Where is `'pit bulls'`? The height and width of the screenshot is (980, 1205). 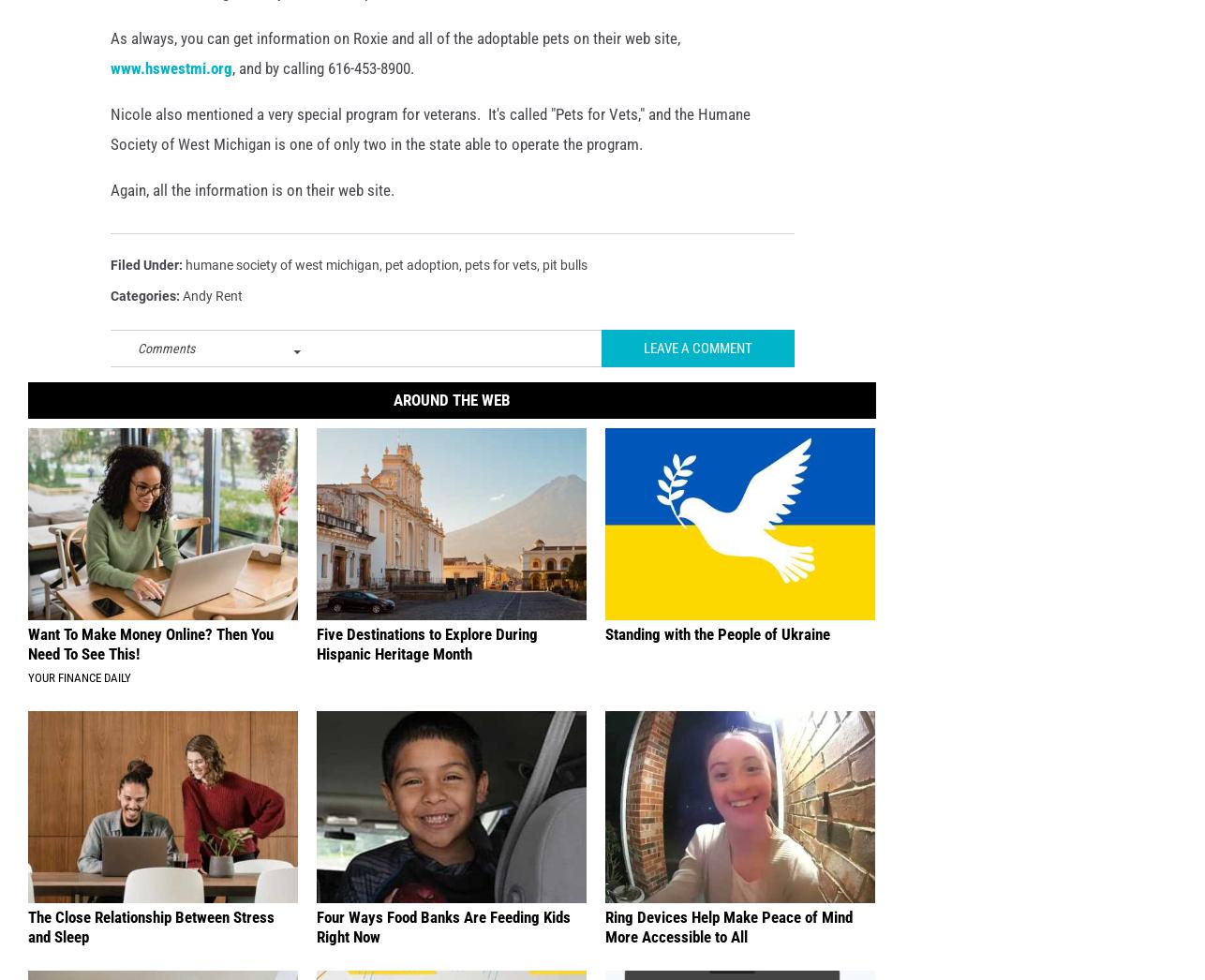 'pit bulls' is located at coordinates (564, 293).